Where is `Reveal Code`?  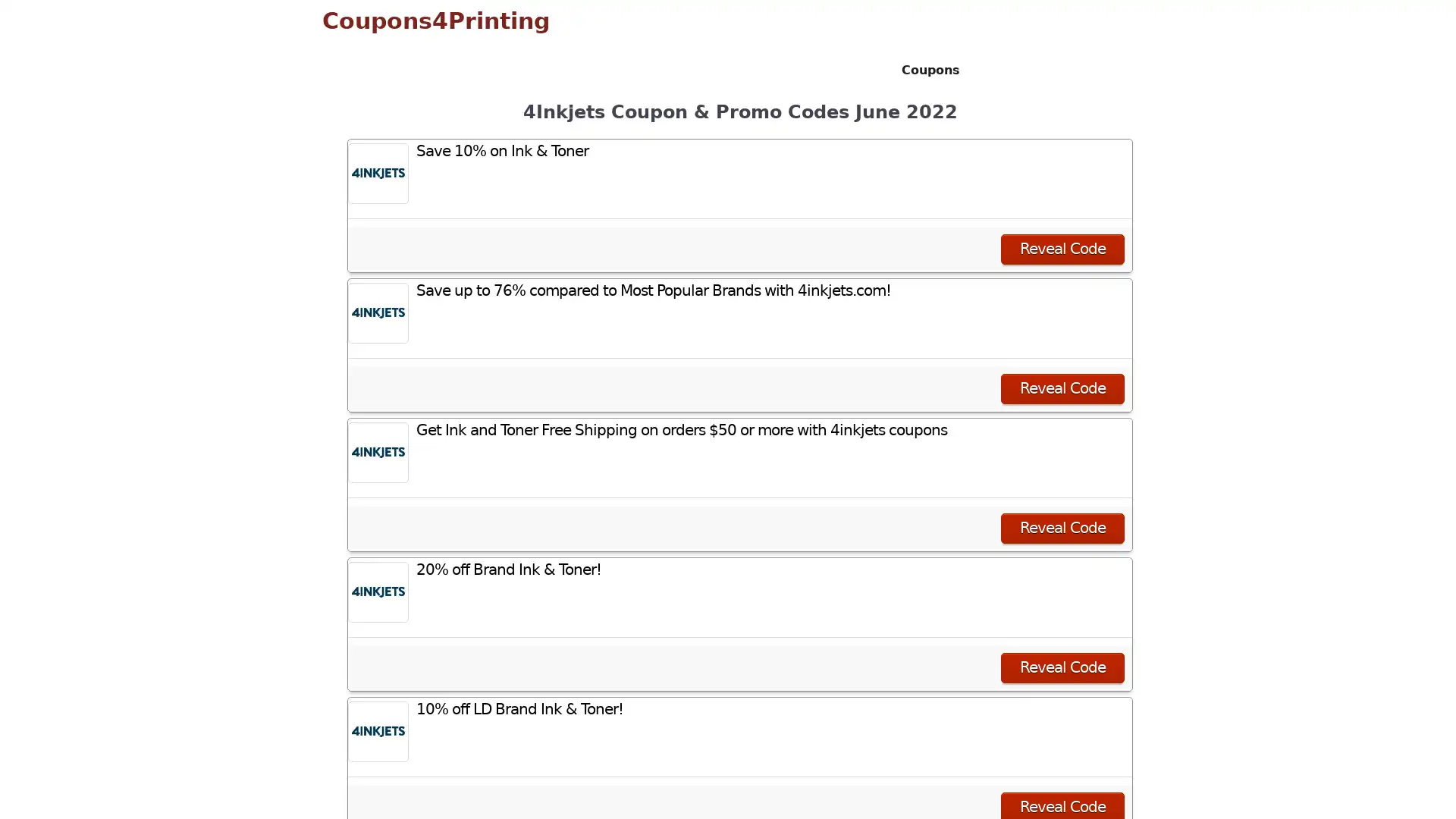
Reveal Code is located at coordinates (1062, 526).